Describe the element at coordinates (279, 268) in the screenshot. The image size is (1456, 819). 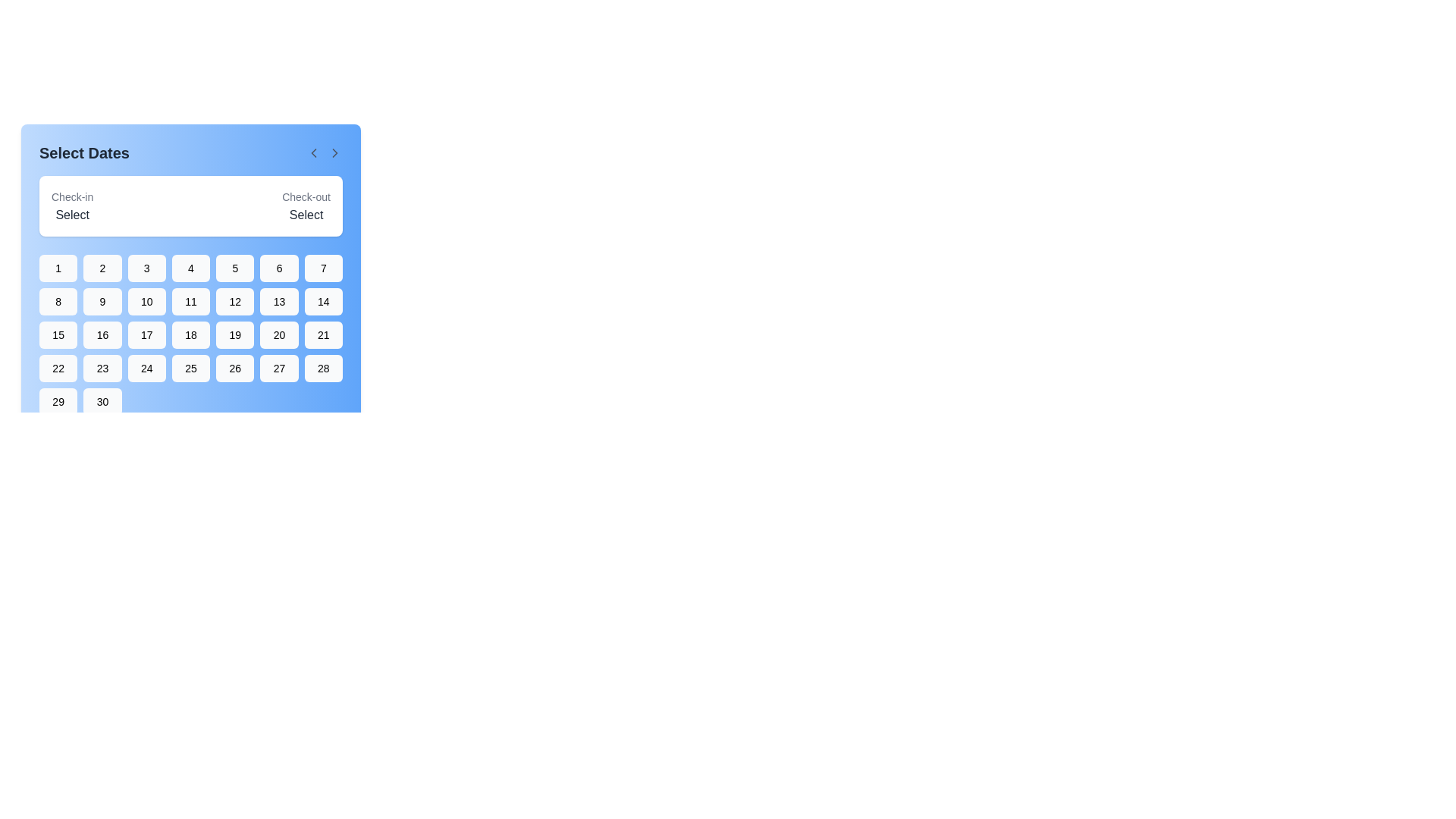
I see `the button representing the 6th day in the calendar view` at that location.